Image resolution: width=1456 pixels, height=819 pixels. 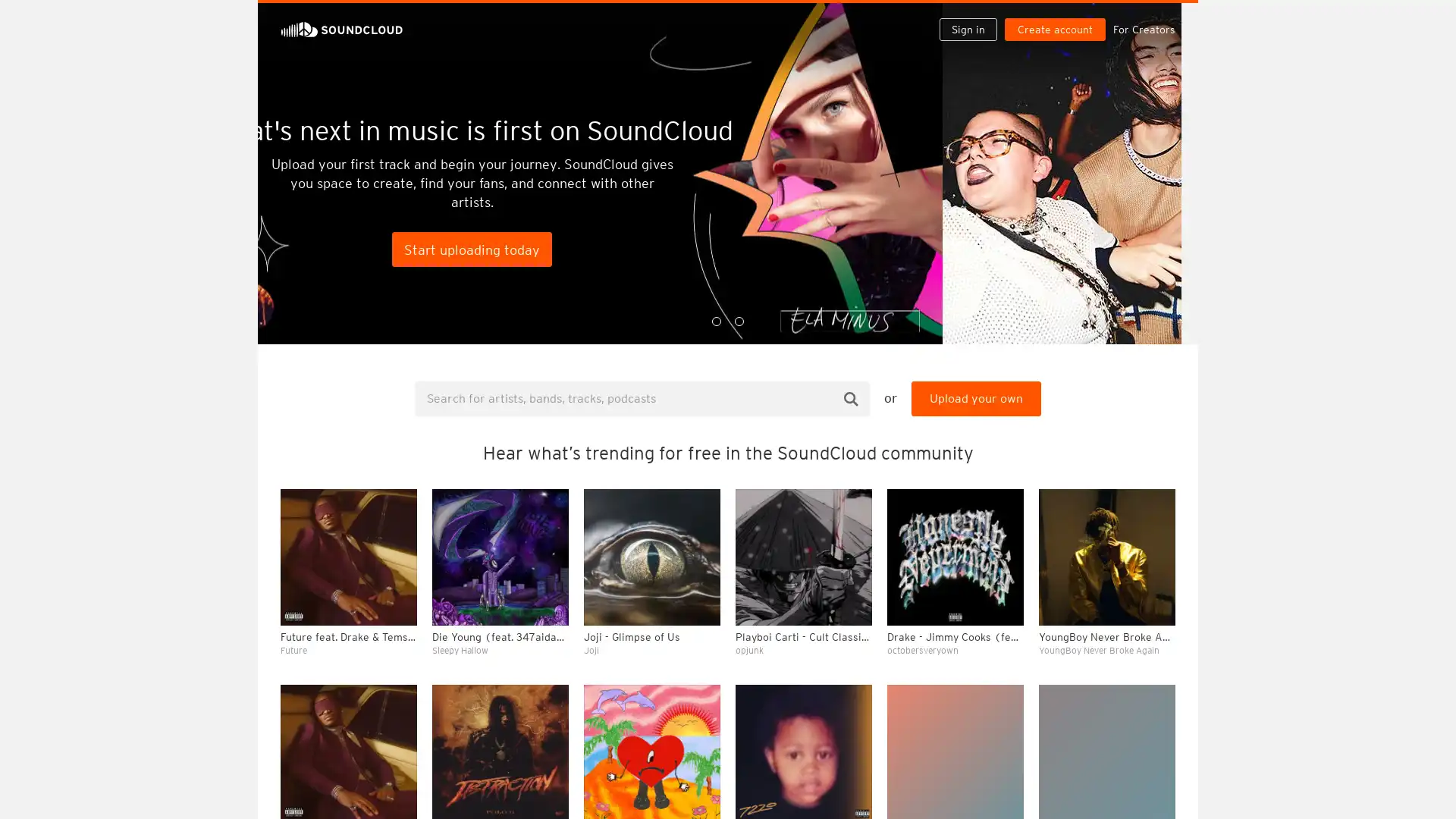 I want to click on Clear, so click(x=1124, y=414).